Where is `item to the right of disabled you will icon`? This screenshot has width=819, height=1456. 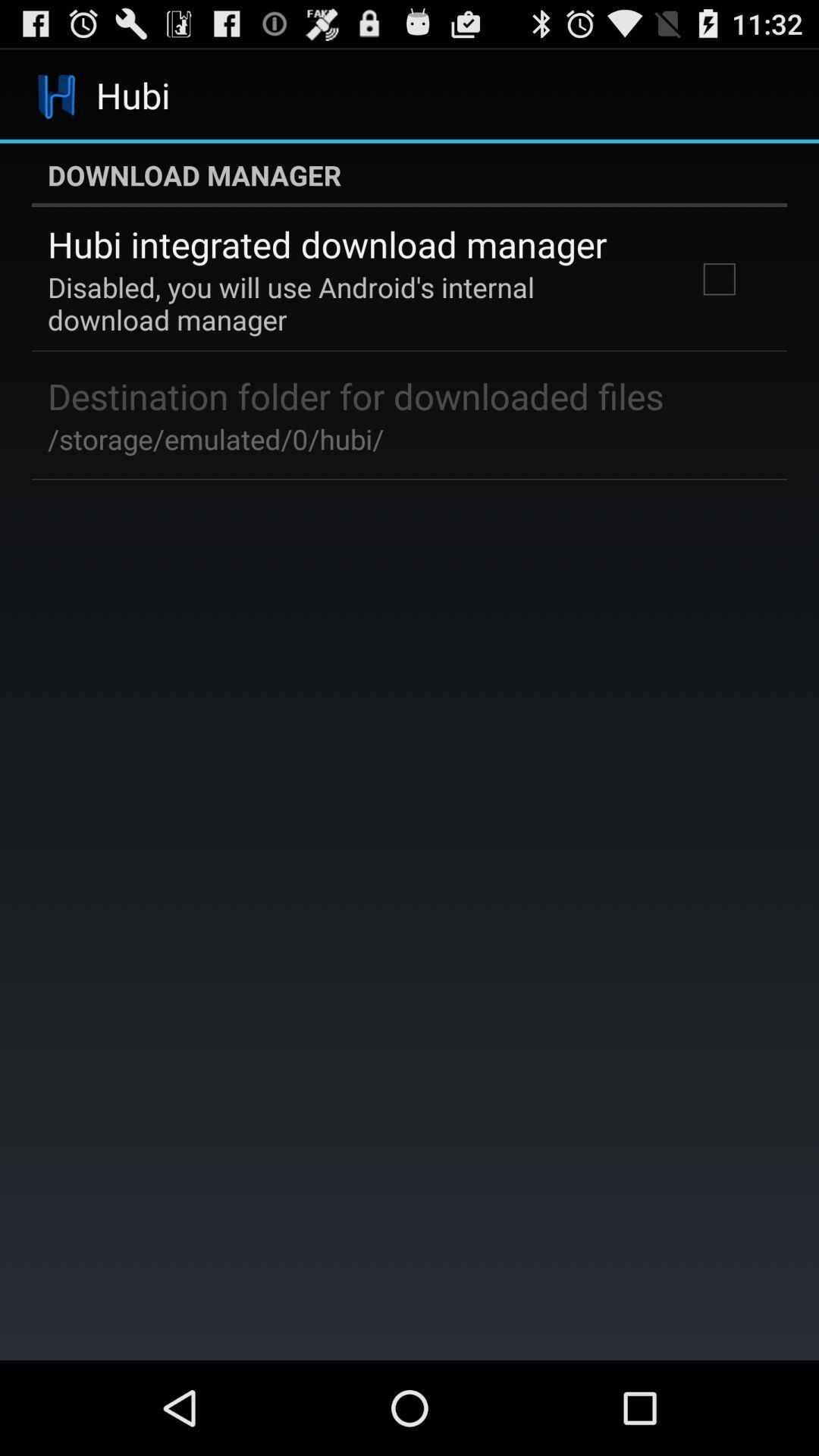
item to the right of disabled you will icon is located at coordinates (718, 279).